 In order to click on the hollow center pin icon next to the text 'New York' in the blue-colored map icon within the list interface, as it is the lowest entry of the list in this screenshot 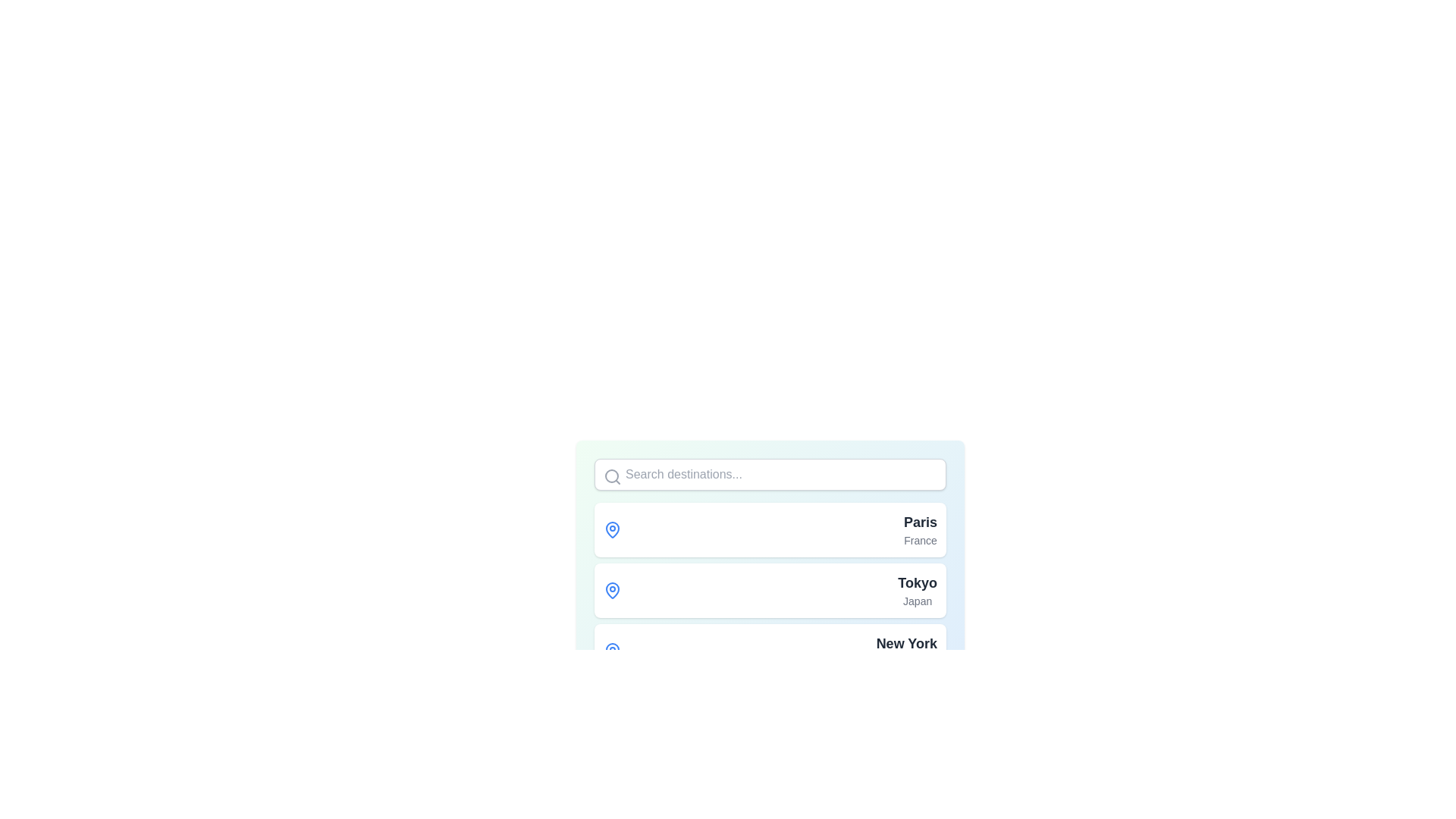, I will do `click(612, 649)`.